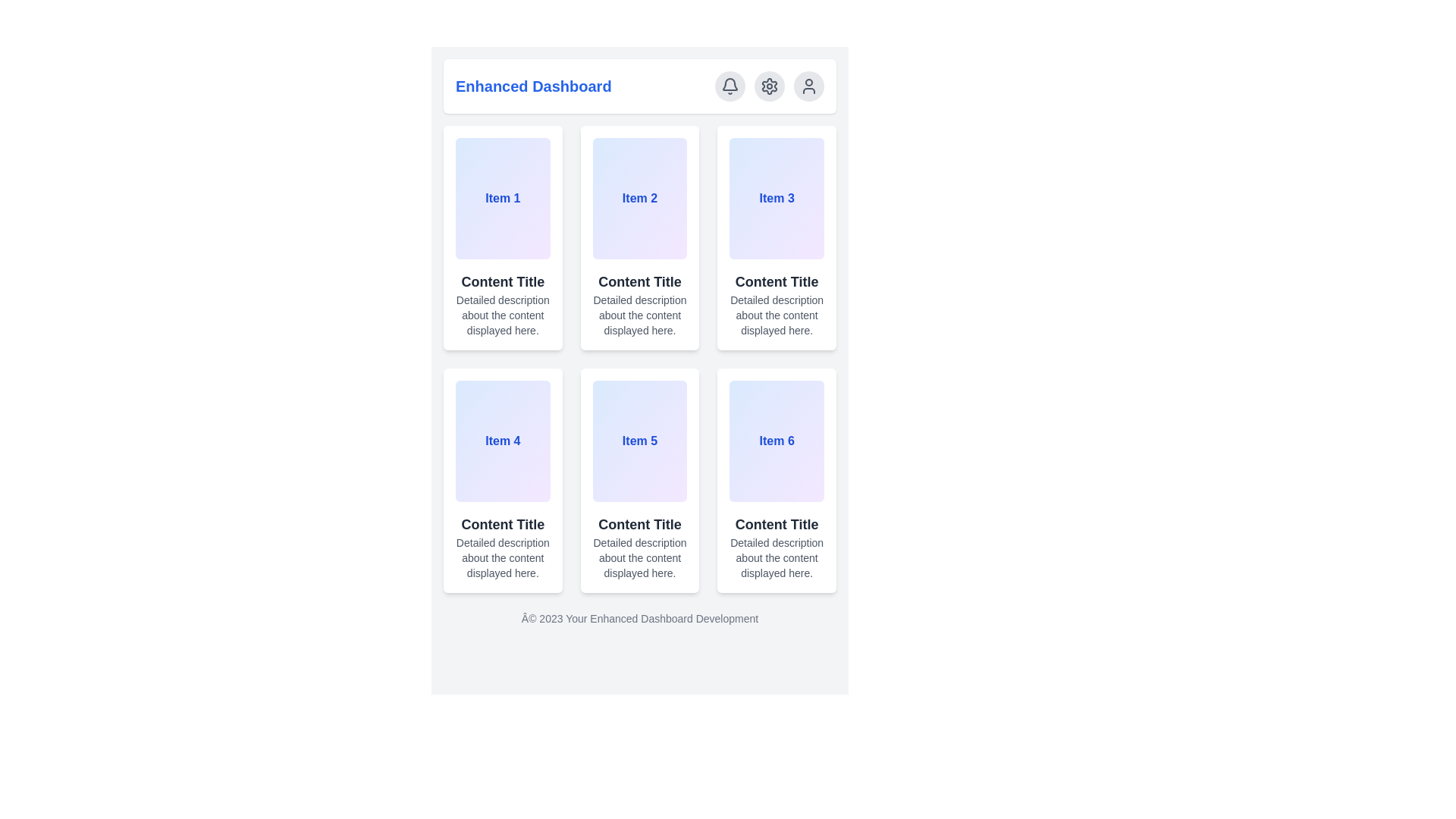  What do you see at coordinates (640, 315) in the screenshot?
I see `the static text providing additional details related to the 'Content Title' card, which is located in the second card of the first row in a three-column grid layout` at bounding box center [640, 315].